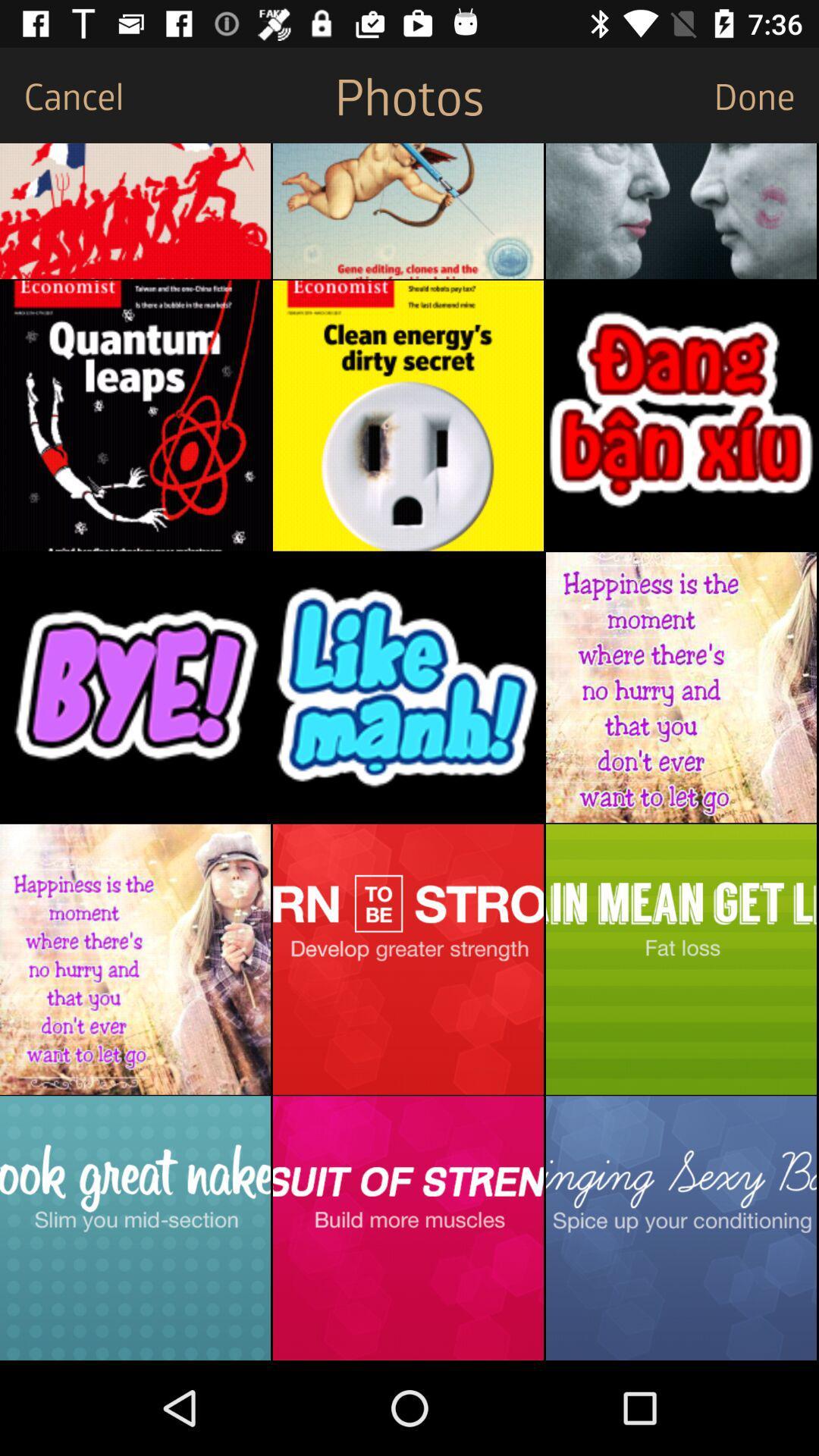 Image resolution: width=819 pixels, height=1456 pixels. What do you see at coordinates (134, 959) in the screenshot?
I see `photo` at bounding box center [134, 959].